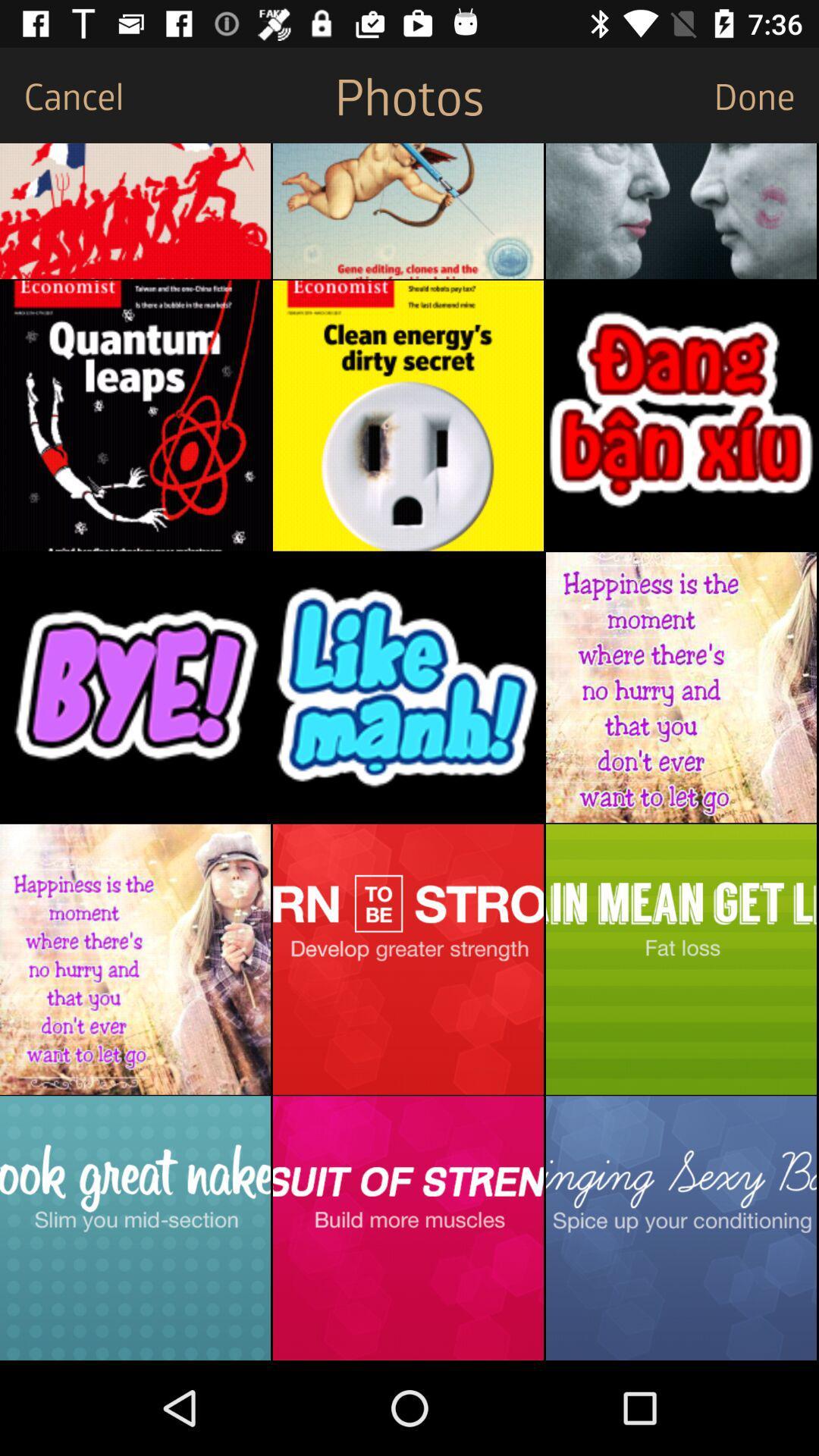 Image resolution: width=819 pixels, height=1456 pixels. What do you see at coordinates (134, 959) in the screenshot?
I see `photo` at bounding box center [134, 959].